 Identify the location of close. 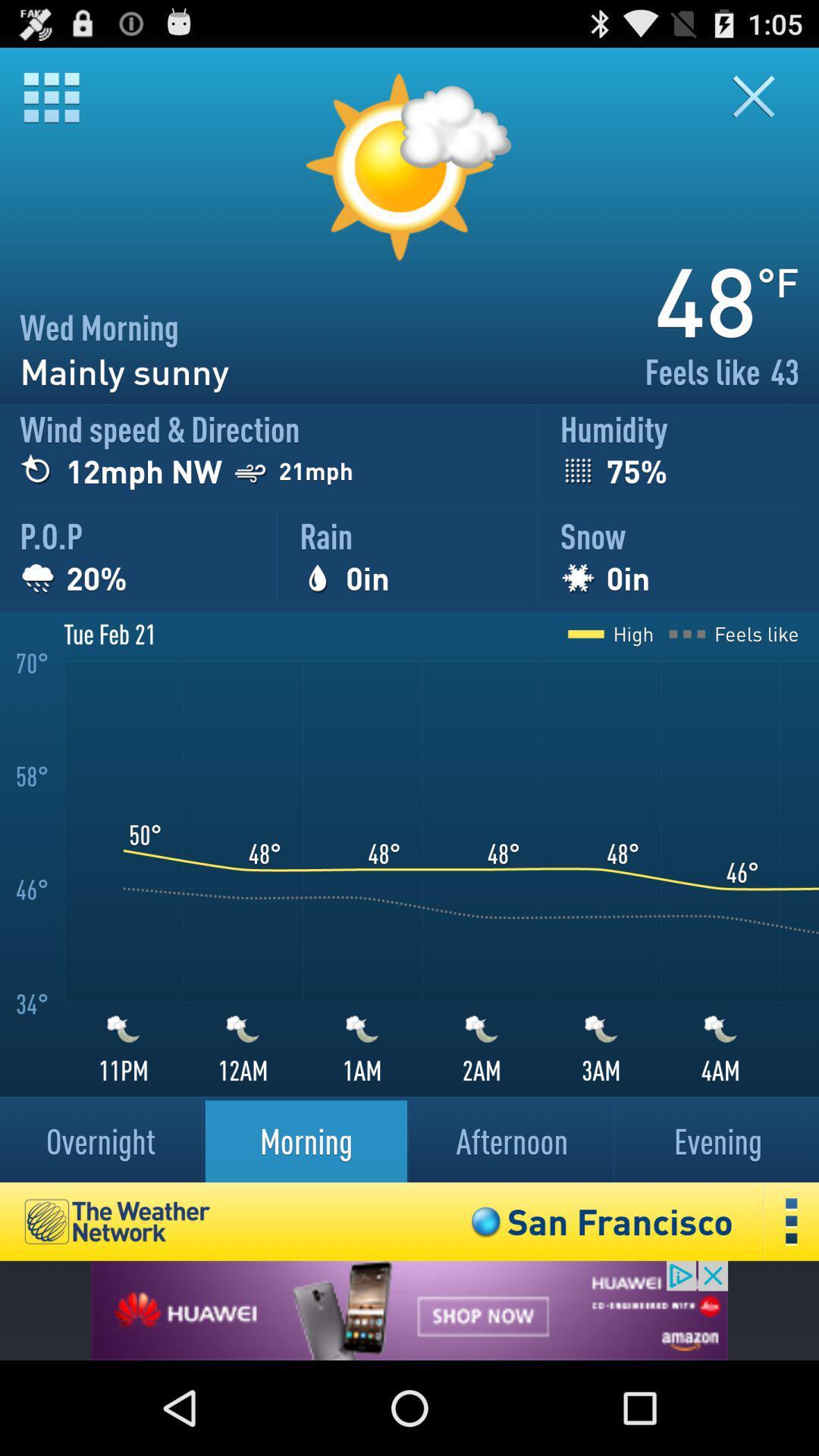
(763, 96).